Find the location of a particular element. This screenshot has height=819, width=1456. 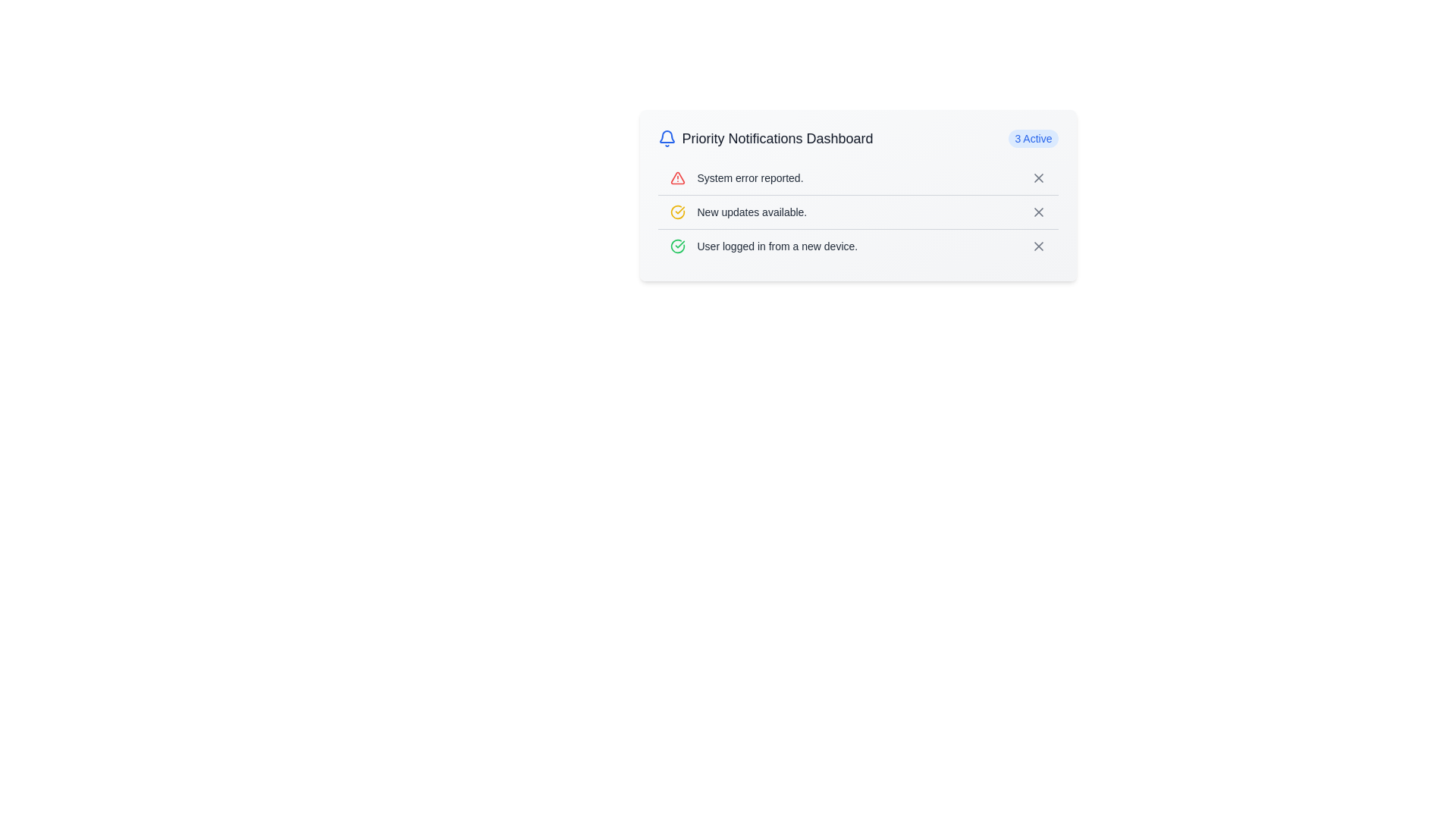

the third notification entry in the 'Priority Notifications Dashboard' that displays 'User logged in from a new device.' is located at coordinates (858, 245).